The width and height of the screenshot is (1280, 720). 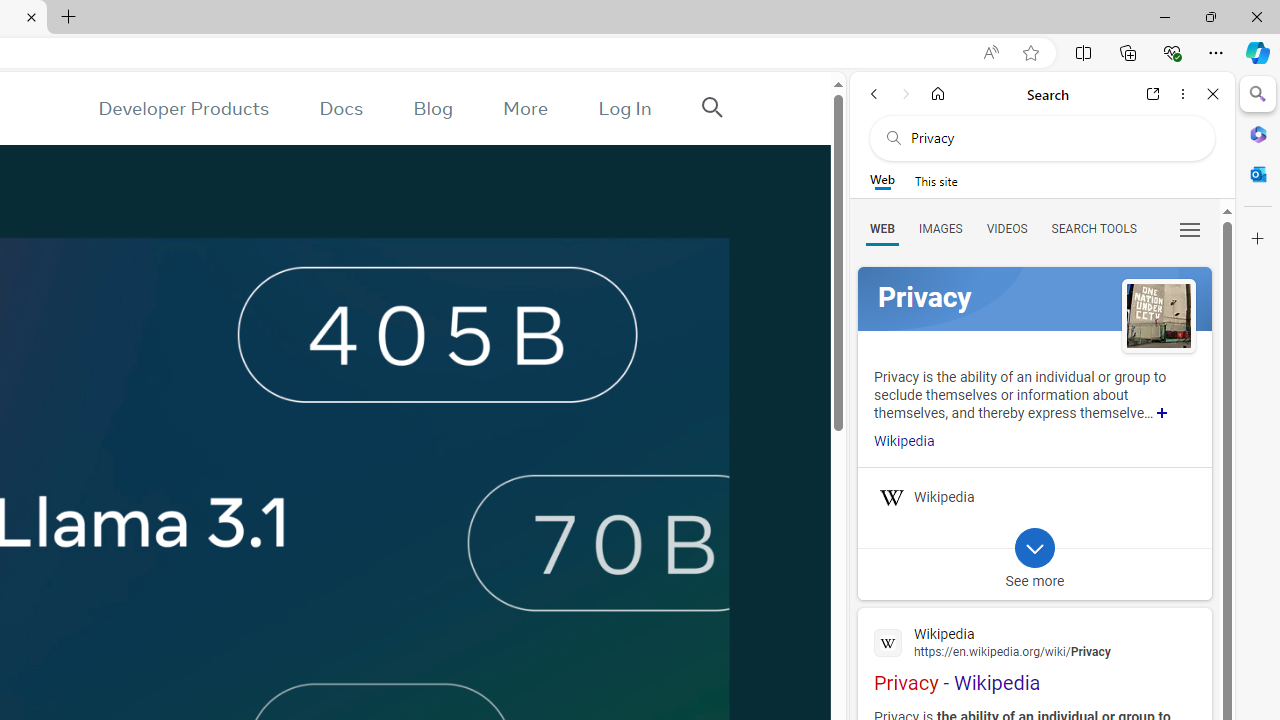 I want to click on 'Outlook', so click(x=1257, y=173).